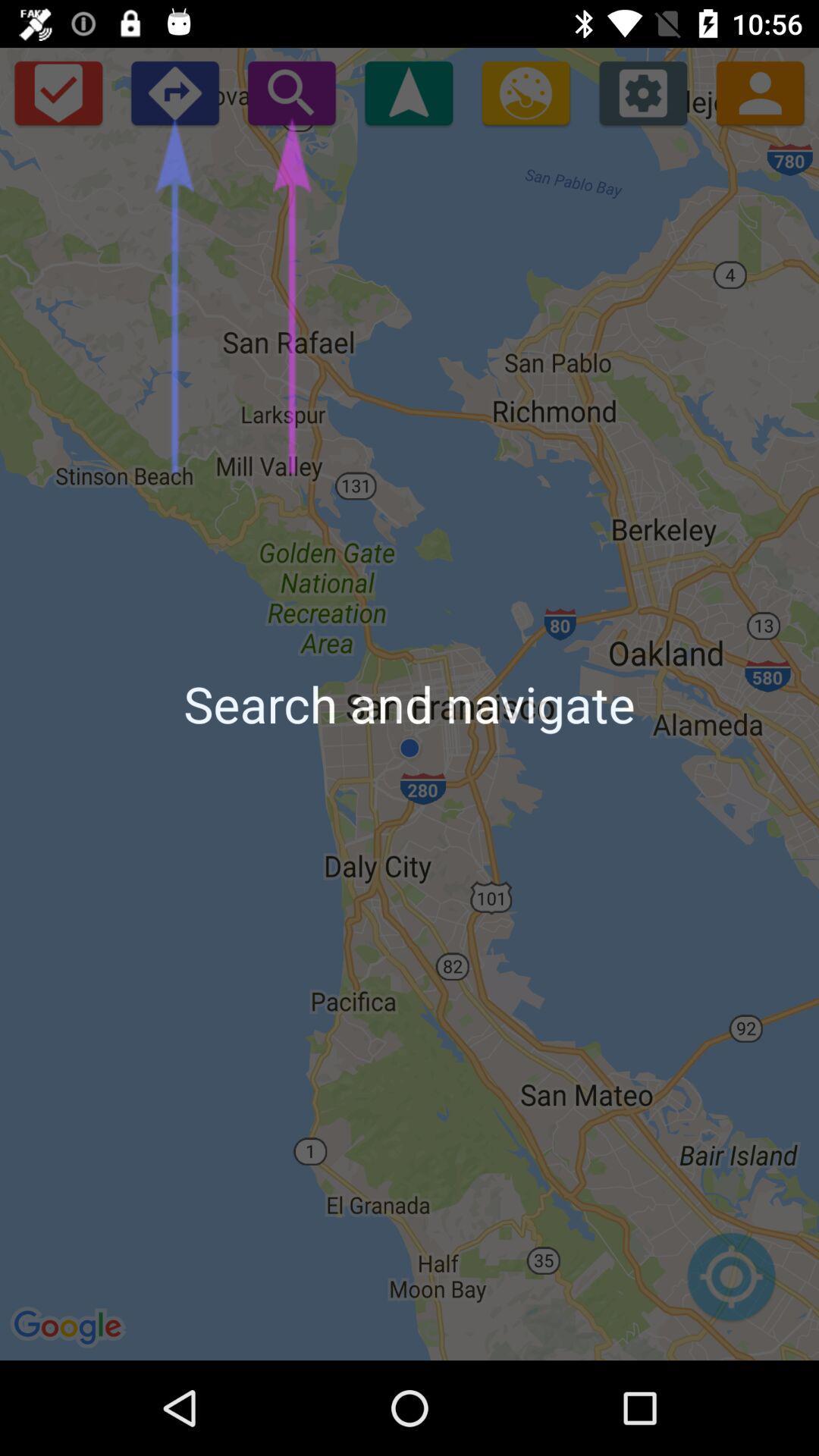 This screenshot has height=1456, width=819. What do you see at coordinates (525, 92) in the screenshot?
I see `item above the search and navigate app` at bounding box center [525, 92].